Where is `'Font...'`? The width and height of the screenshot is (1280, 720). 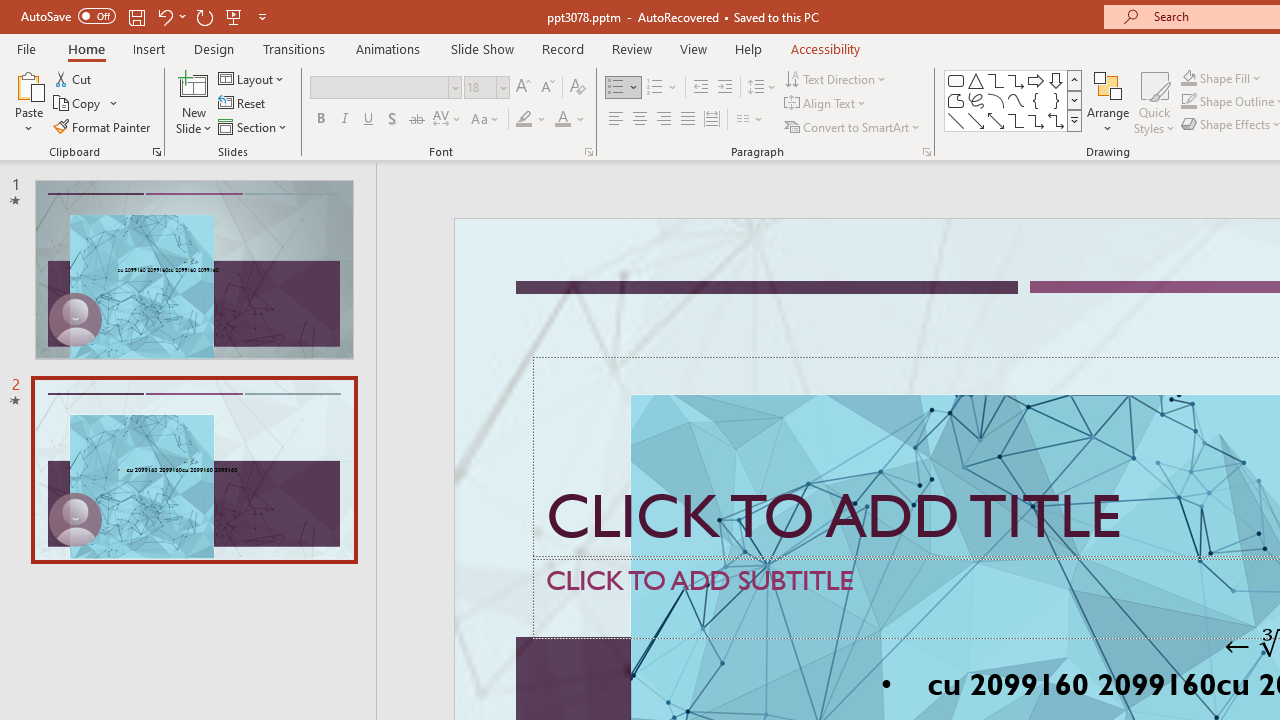 'Font...' is located at coordinates (587, 150).